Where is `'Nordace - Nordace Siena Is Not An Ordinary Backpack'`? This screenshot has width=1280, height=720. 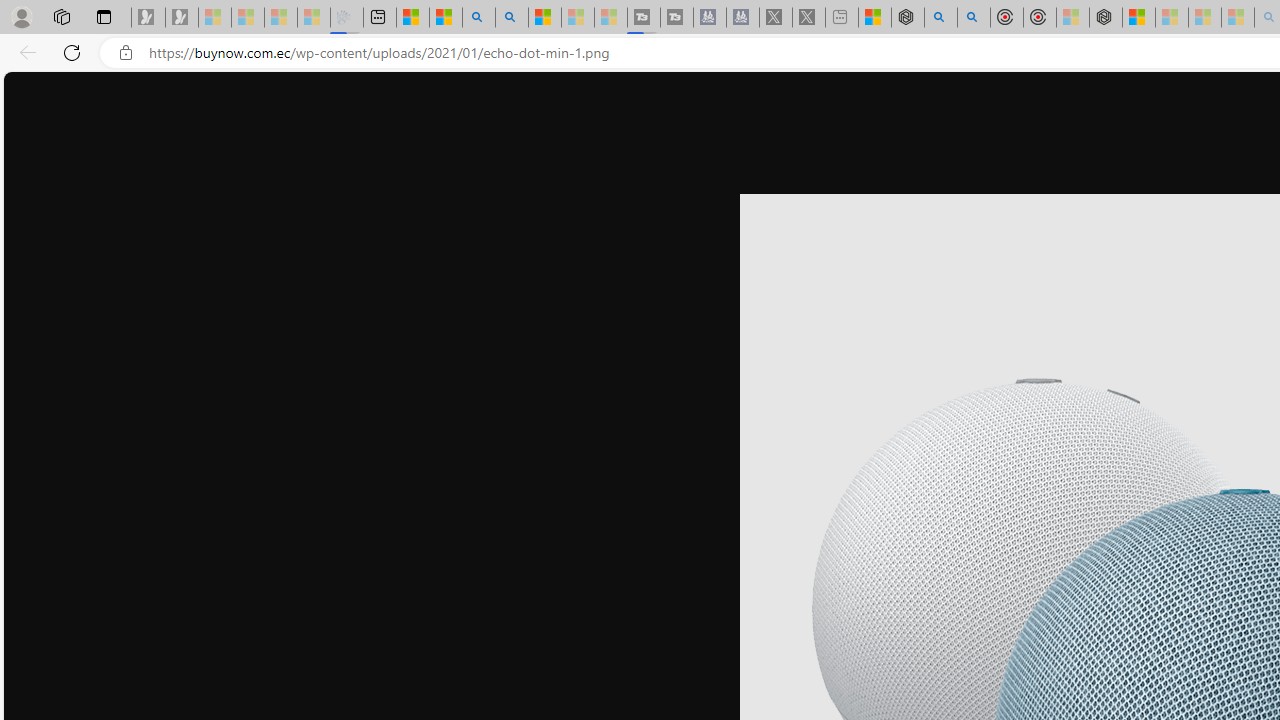
'Nordace - Nordace Siena Is Not An Ordinary Backpack' is located at coordinates (1105, 17).